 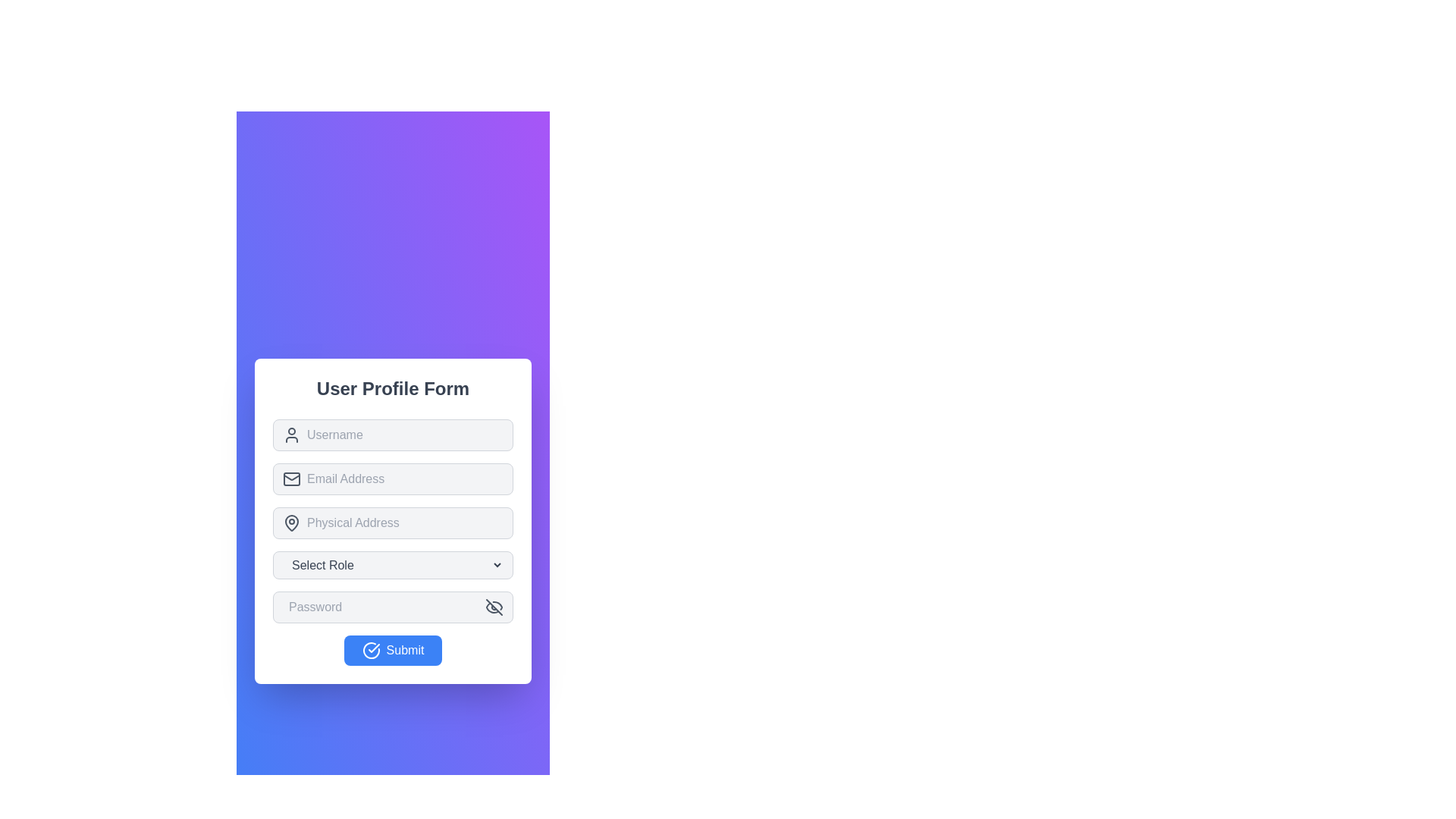 What do you see at coordinates (393, 564) in the screenshot?
I see `the 'Select Role' dropdown menu located` at bounding box center [393, 564].